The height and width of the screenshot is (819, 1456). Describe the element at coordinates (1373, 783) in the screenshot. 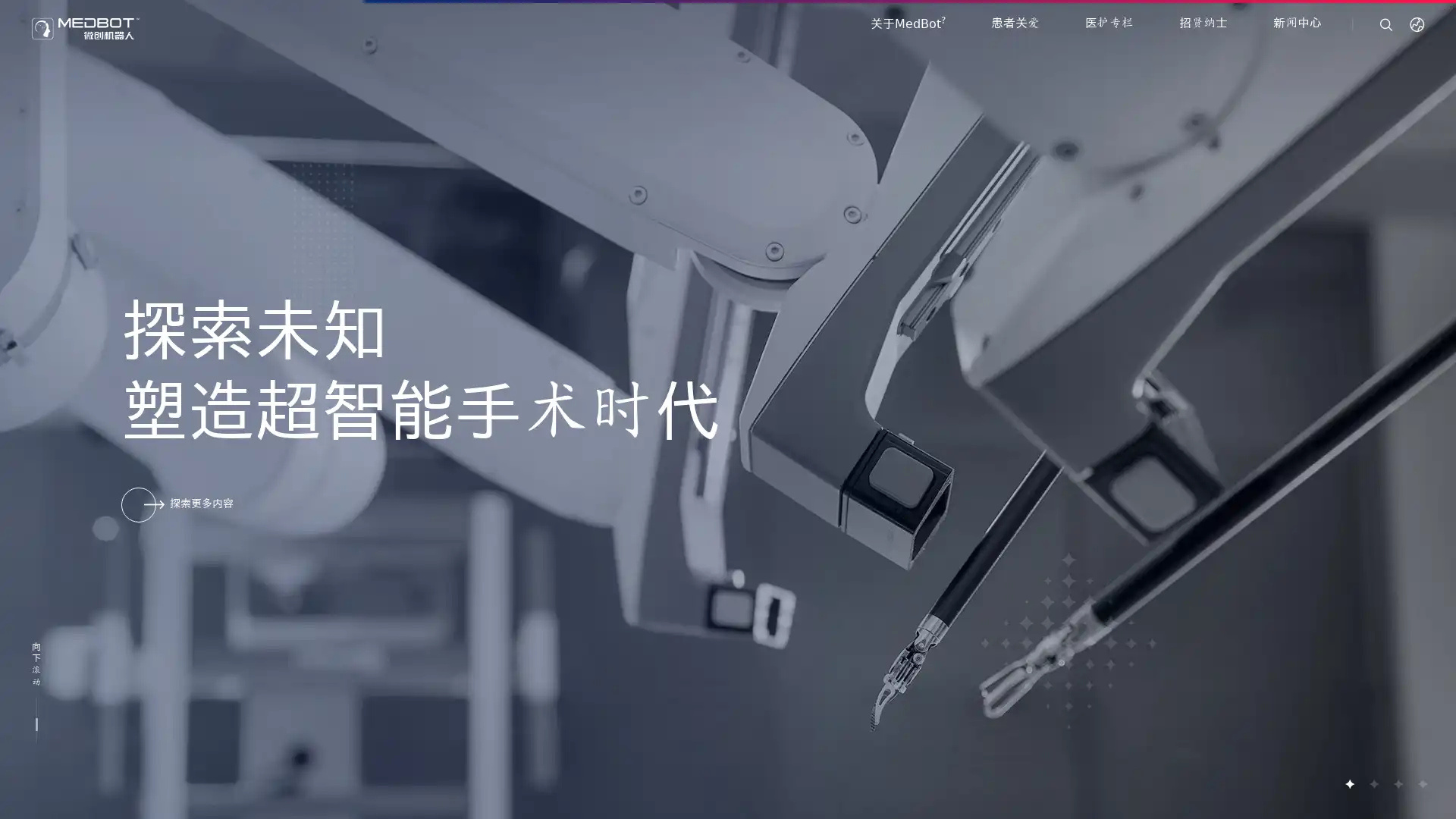

I see `Go to slide 2` at that location.